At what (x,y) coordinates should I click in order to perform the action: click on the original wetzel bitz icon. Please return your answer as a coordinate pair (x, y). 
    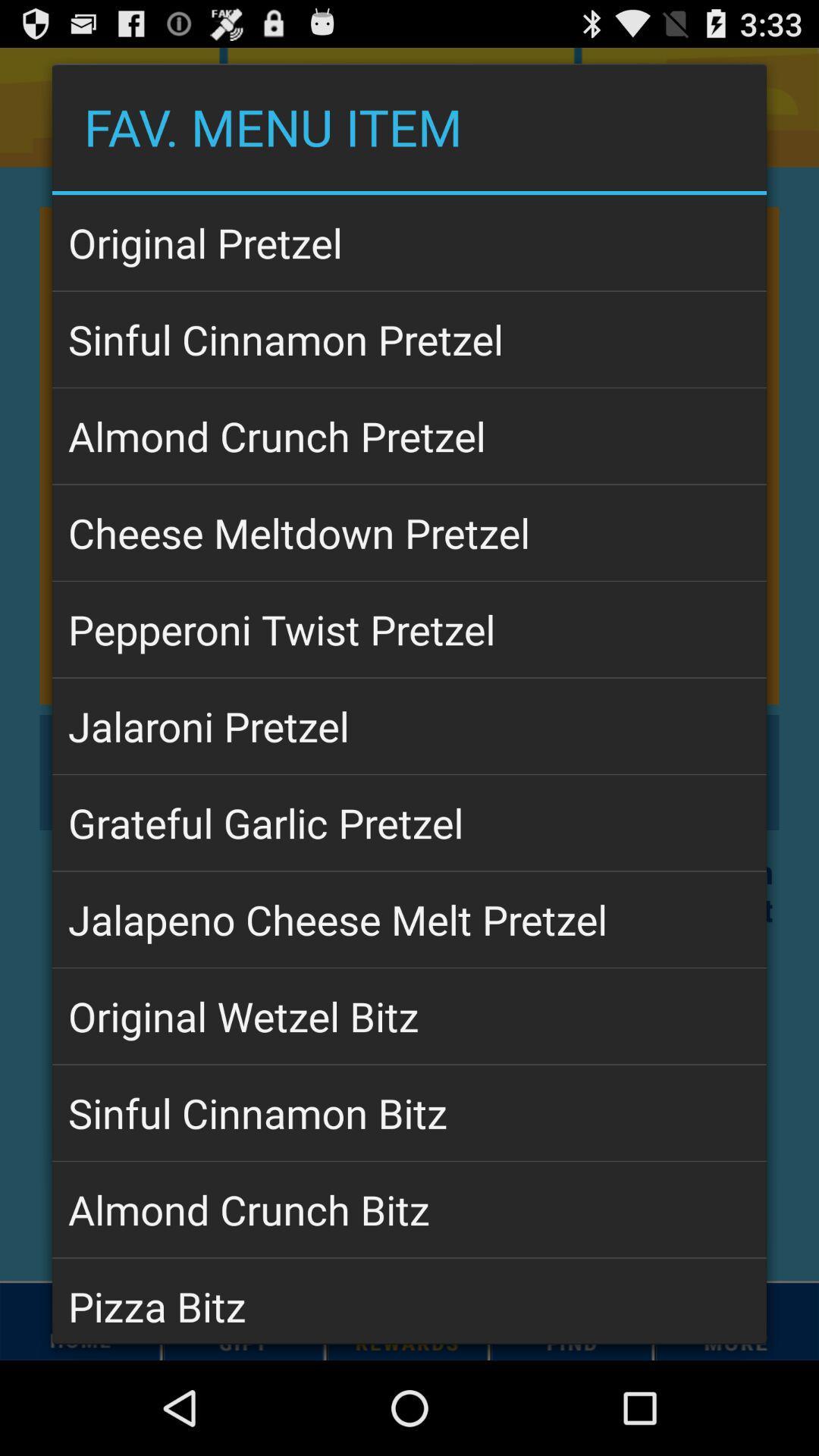
    Looking at the image, I should click on (409, 1016).